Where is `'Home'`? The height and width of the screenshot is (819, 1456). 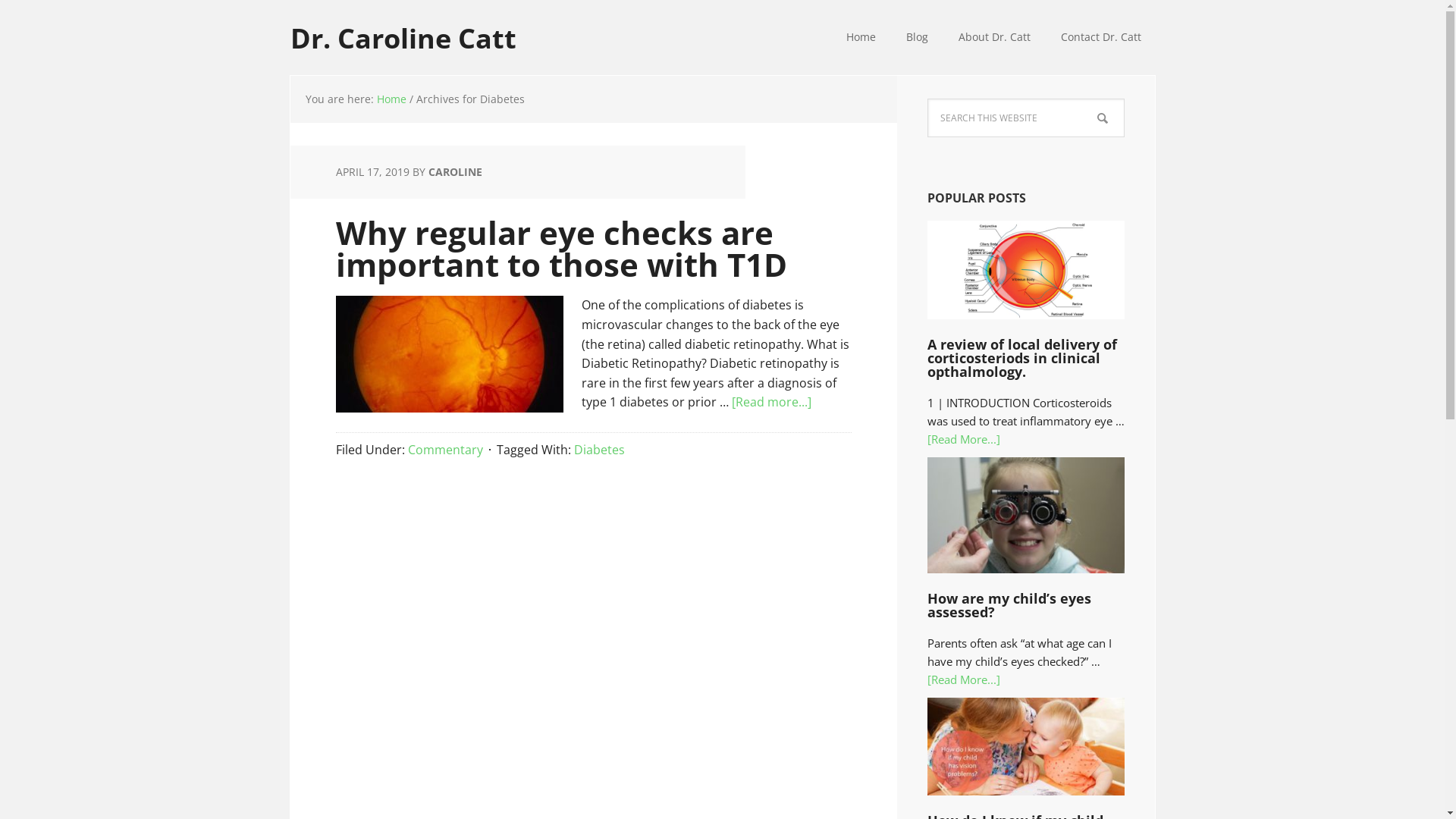
'Home' is located at coordinates (375, 99).